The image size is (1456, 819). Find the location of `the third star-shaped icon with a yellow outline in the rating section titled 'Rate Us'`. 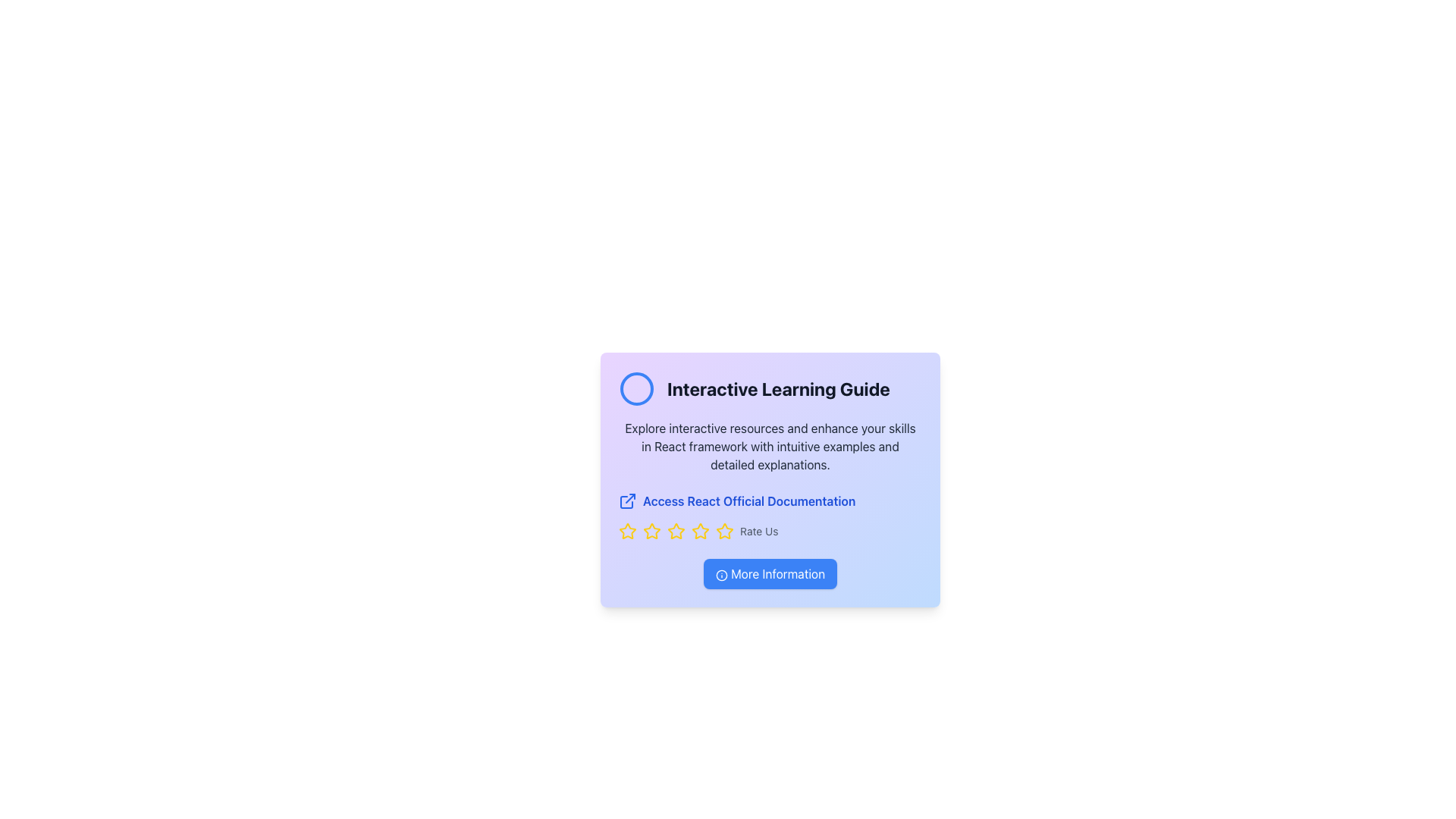

the third star-shaped icon with a yellow outline in the rating section titled 'Rate Us' is located at coordinates (651, 531).